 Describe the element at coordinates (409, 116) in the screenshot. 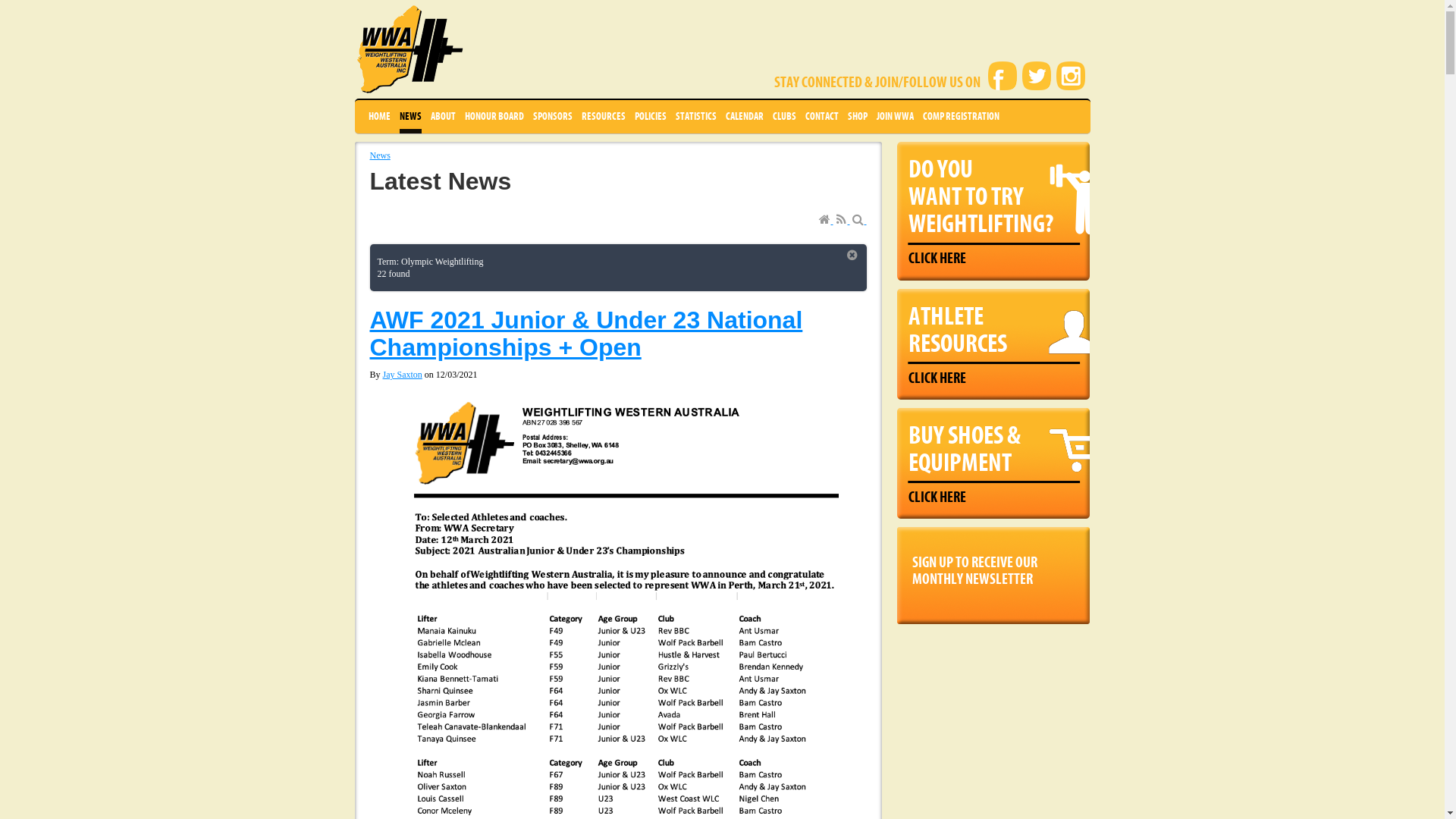

I see `'NEWS'` at that location.